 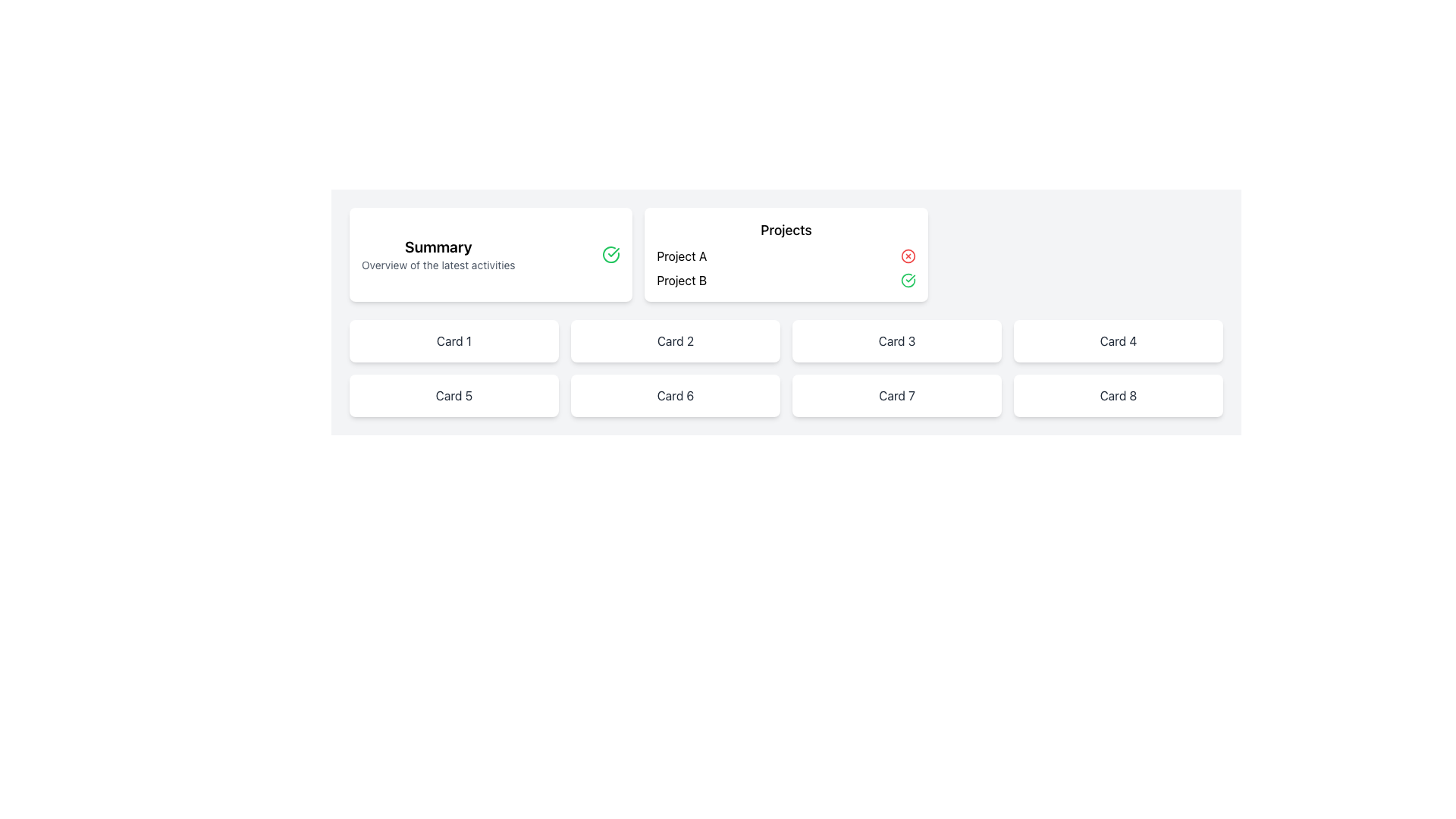 What do you see at coordinates (896, 394) in the screenshot?
I see `text 'Card 7' displayed in a bold, dark gray font on a white background, centrally aligned within the seventh card of a grid layout` at bounding box center [896, 394].